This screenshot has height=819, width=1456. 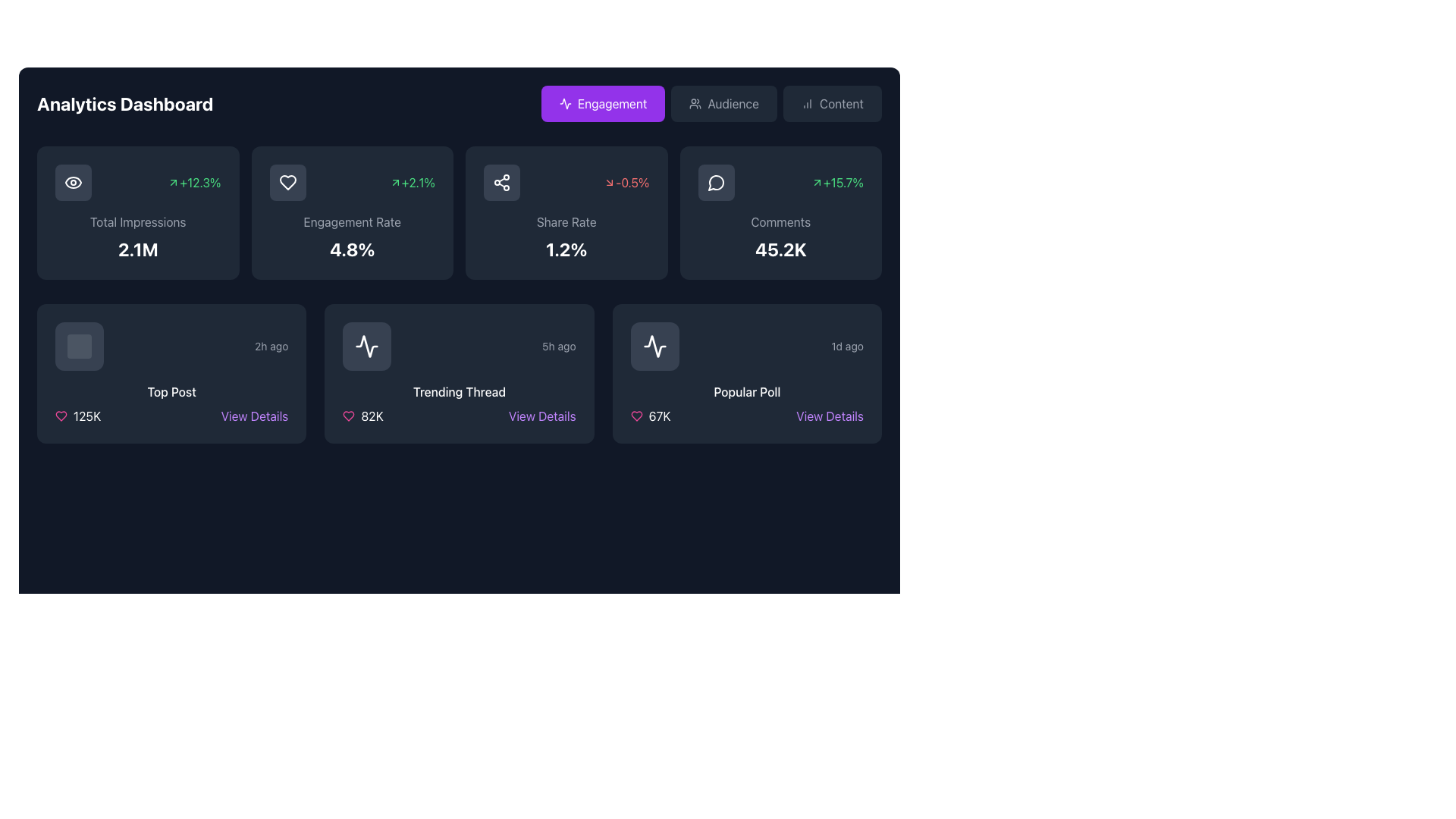 I want to click on displayed text of the heading 'Trending Thread' located in the middle card of the three-card layout, positioned below the visual icon and timestamp, and above the count indicator and link to 'View Details', so click(x=458, y=391).